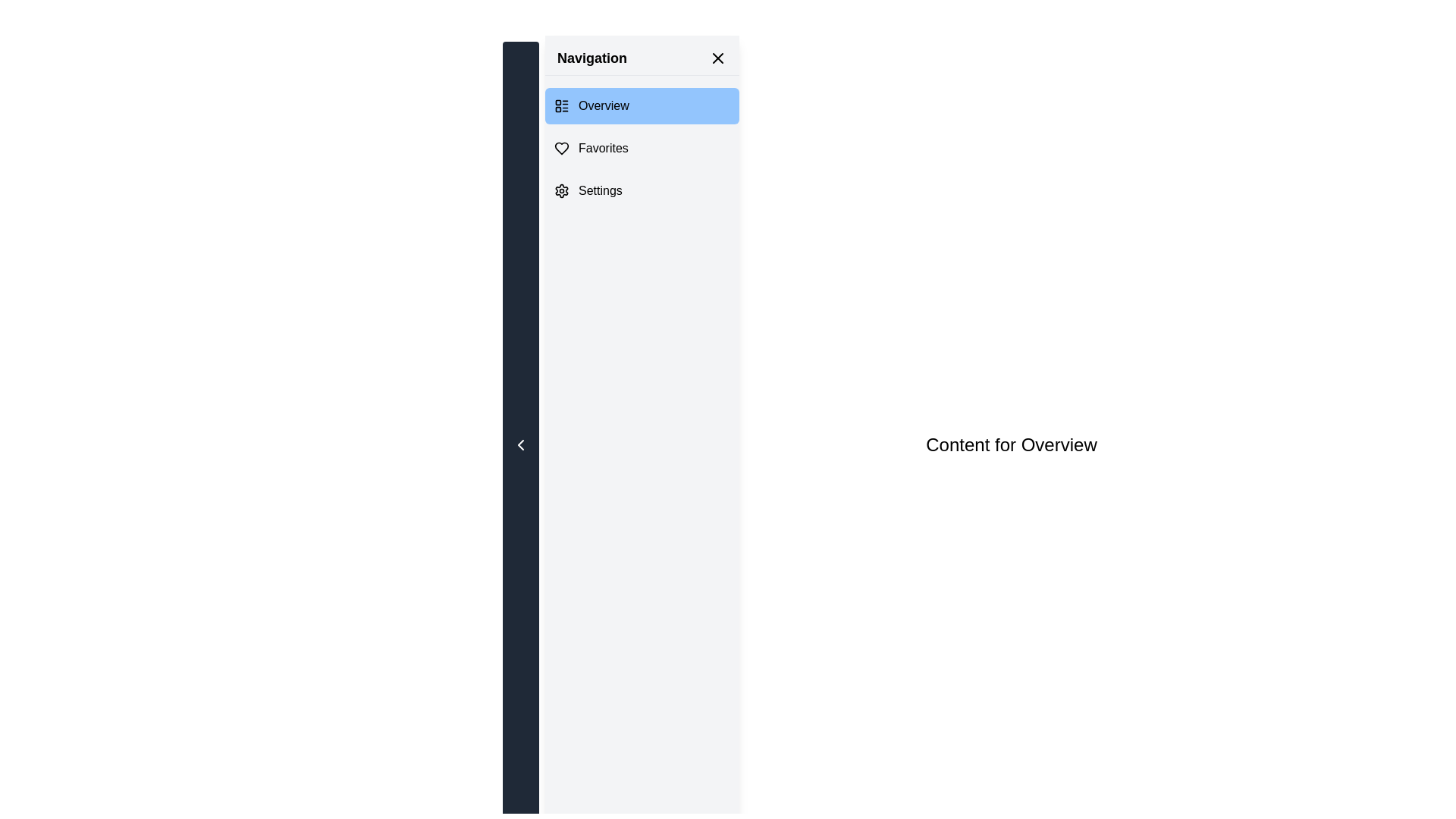 This screenshot has width=1456, height=819. What do you see at coordinates (560, 105) in the screenshot?
I see `the SVG graphic icon representing the 'Overview' section in the navigation panel, which is located on the left side of the 'Overview' option` at bounding box center [560, 105].